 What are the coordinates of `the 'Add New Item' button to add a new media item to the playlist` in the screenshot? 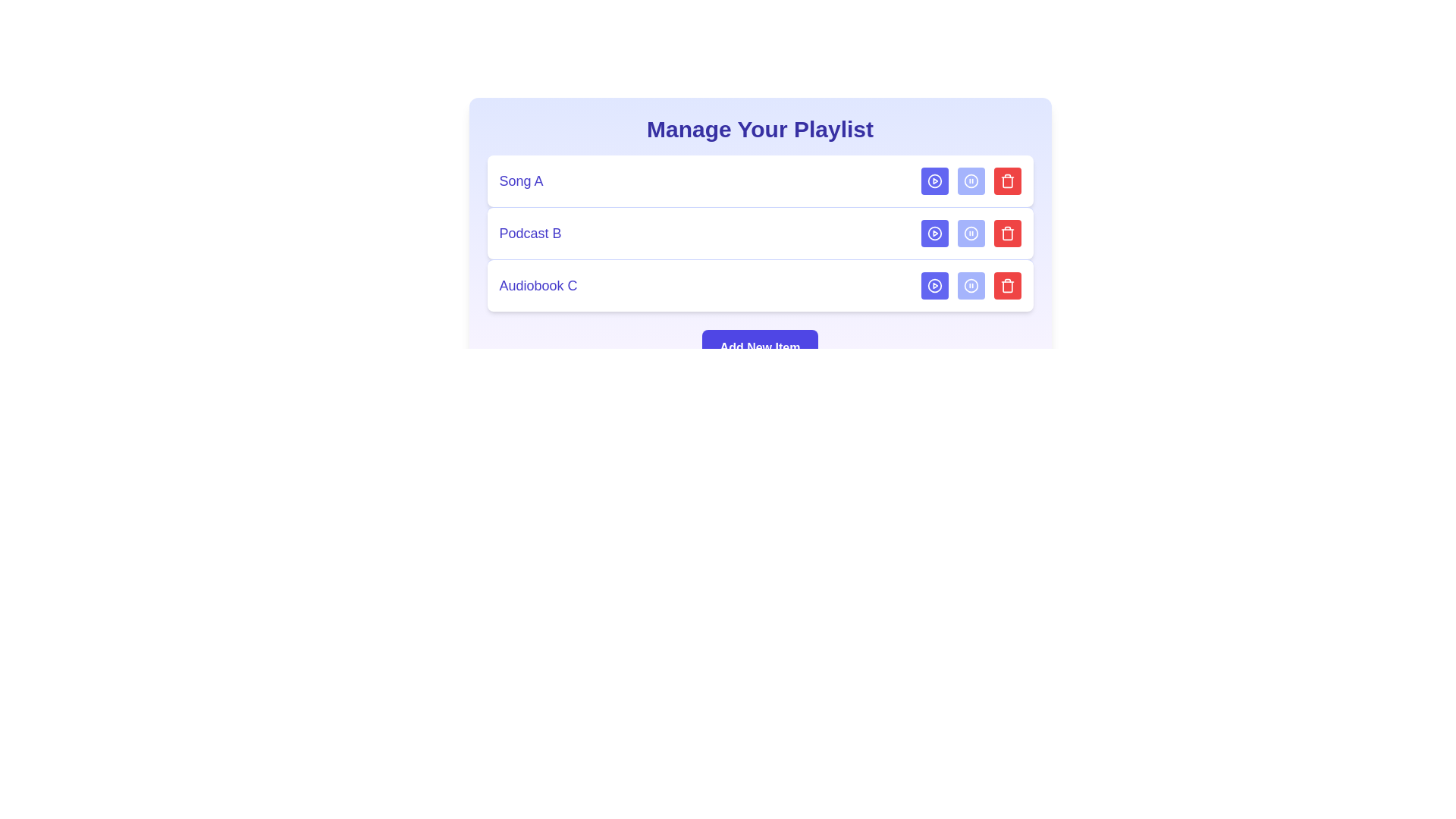 It's located at (760, 348).